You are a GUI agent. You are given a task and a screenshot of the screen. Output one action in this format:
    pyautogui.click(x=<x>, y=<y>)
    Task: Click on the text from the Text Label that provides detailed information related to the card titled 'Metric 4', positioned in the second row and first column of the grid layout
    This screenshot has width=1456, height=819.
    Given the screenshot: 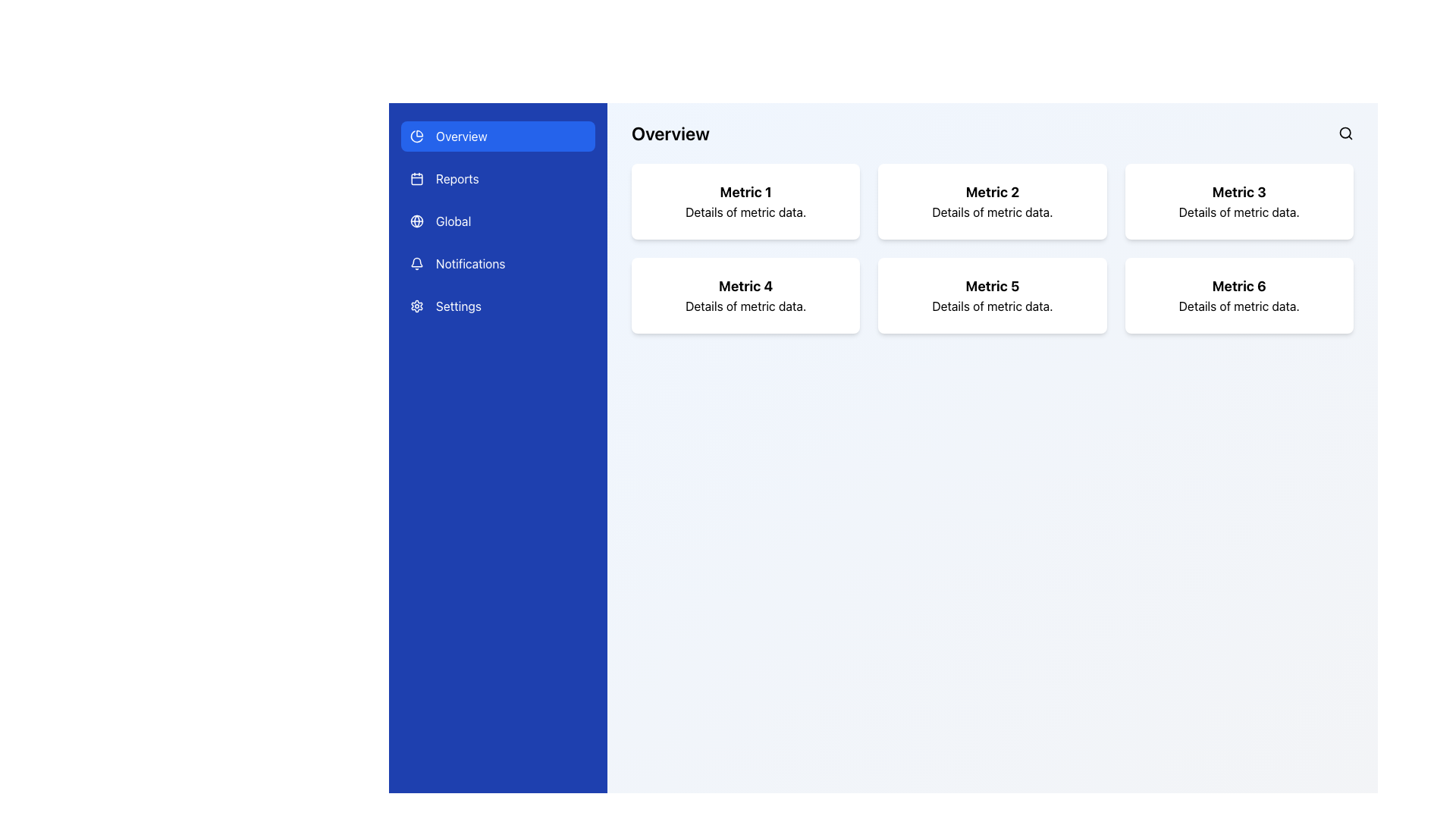 What is the action you would take?
    pyautogui.click(x=745, y=306)
    